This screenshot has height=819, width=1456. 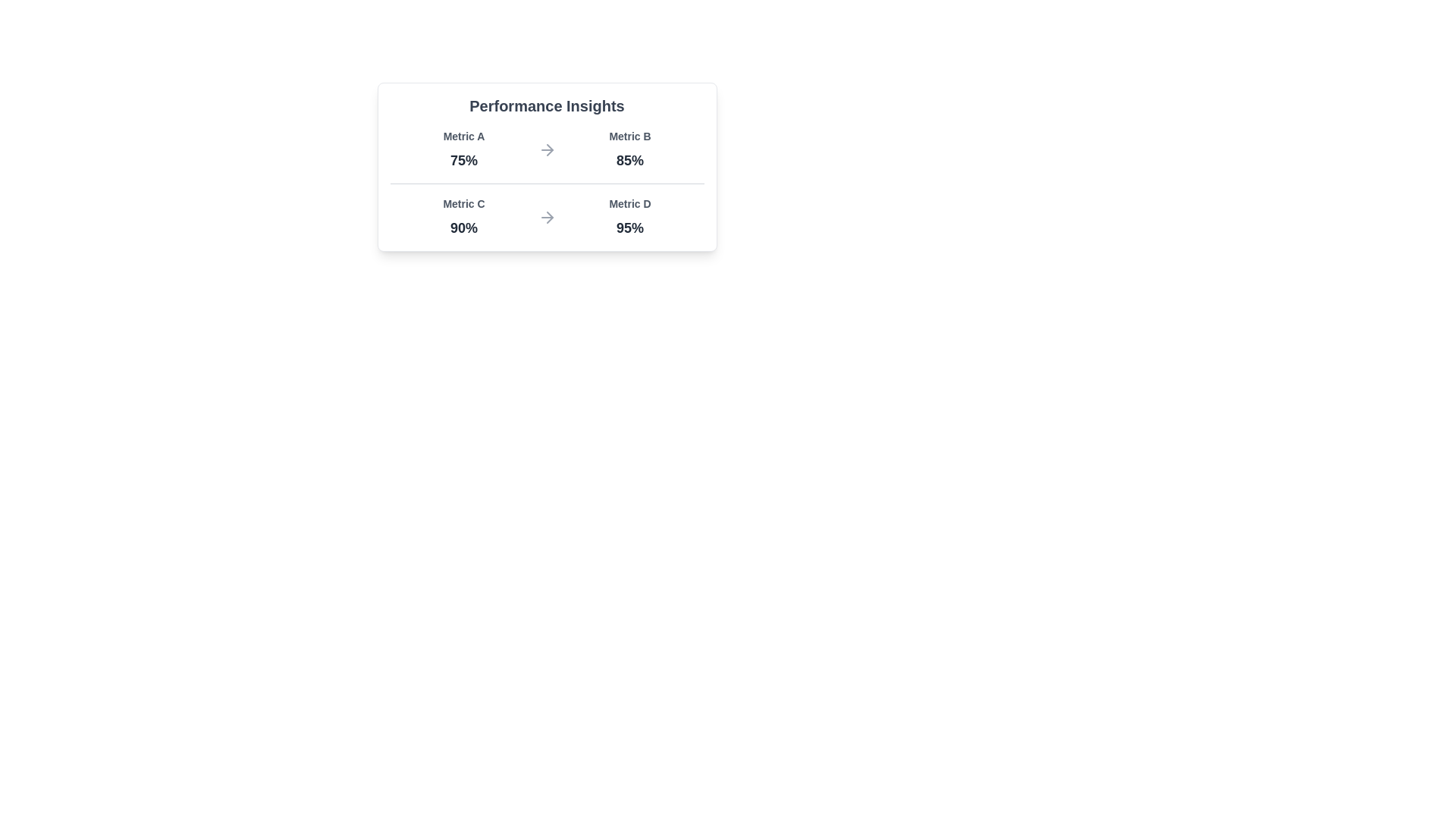 I want to click on the triangular arrowhead pointing right within the arrow-shaped SVG icon that separates 'Metric C' and 'Metric D', so click(x=548, y=217).